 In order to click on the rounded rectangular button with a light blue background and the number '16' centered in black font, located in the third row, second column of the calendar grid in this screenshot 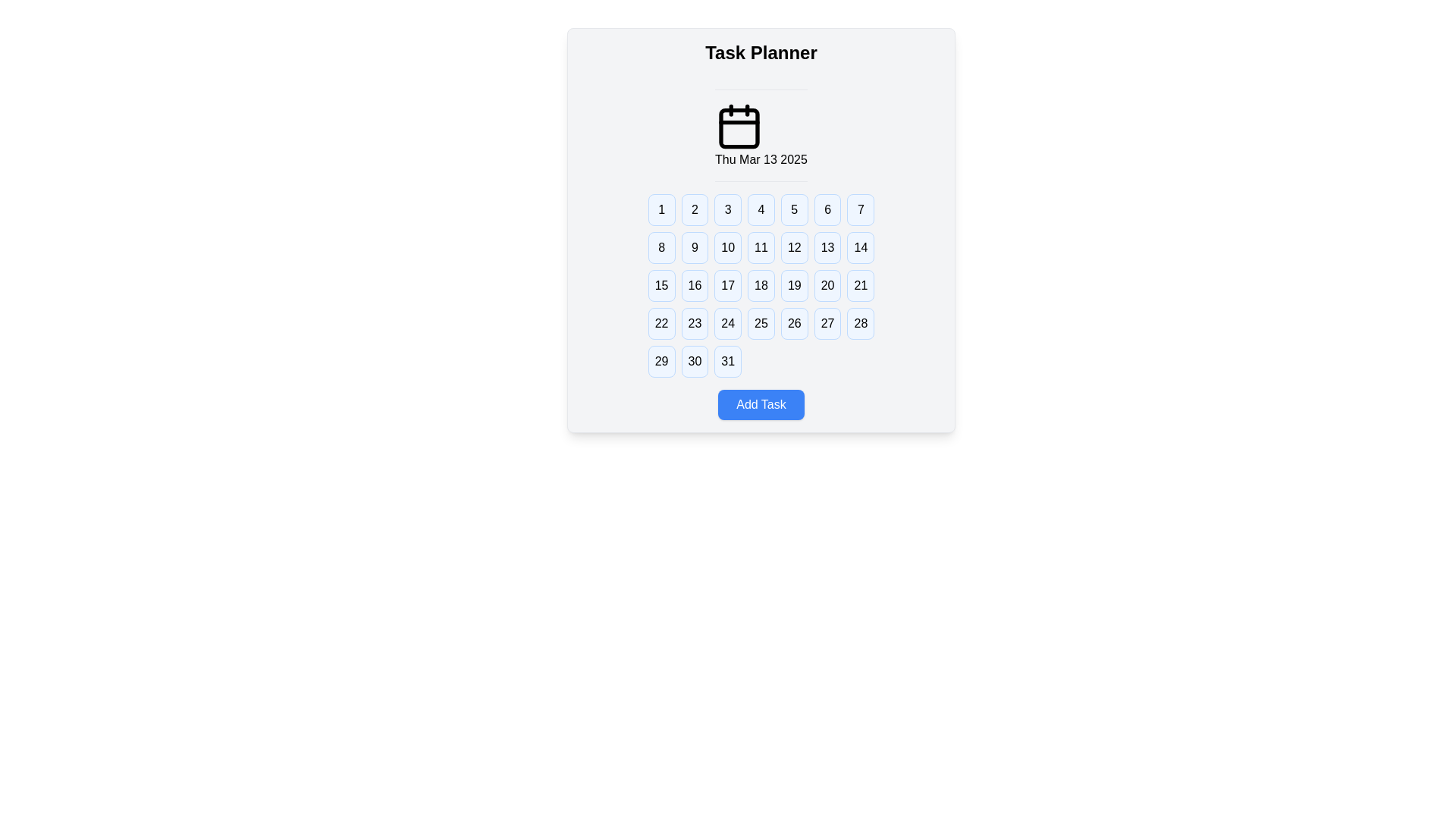, I will do `click(694, 286)`.